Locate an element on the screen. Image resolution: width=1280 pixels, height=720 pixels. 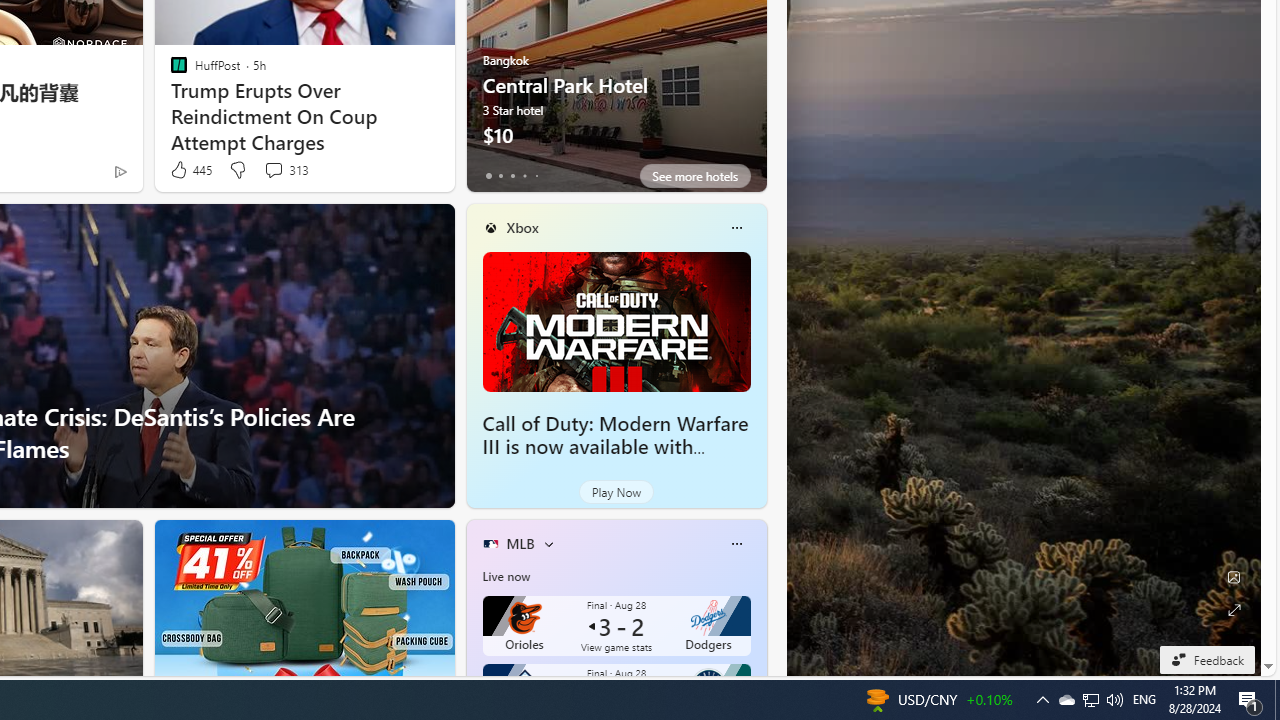
'Xbox' is located at coordinates (522, 226).